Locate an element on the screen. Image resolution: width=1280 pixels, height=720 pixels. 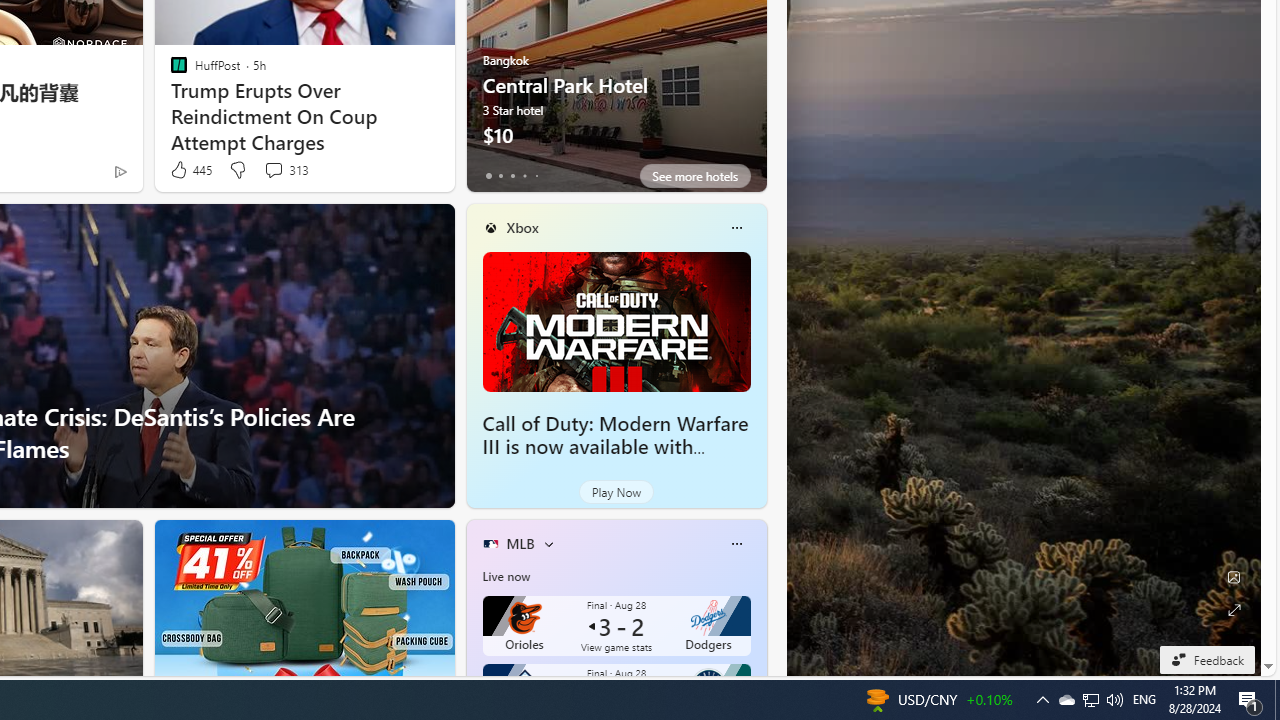
'Xbox' is located at coordinates (522, 226).